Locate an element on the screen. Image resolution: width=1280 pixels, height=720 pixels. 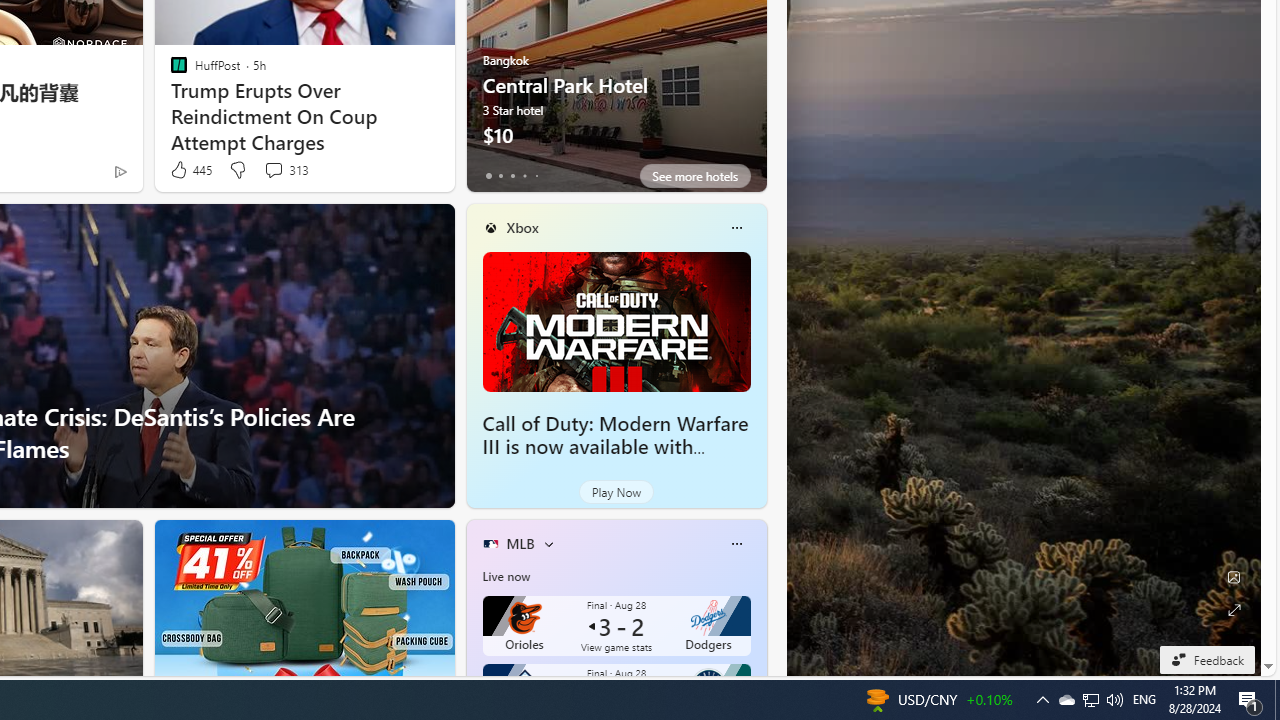
'Xbox' is located at coordinates (522, 226).